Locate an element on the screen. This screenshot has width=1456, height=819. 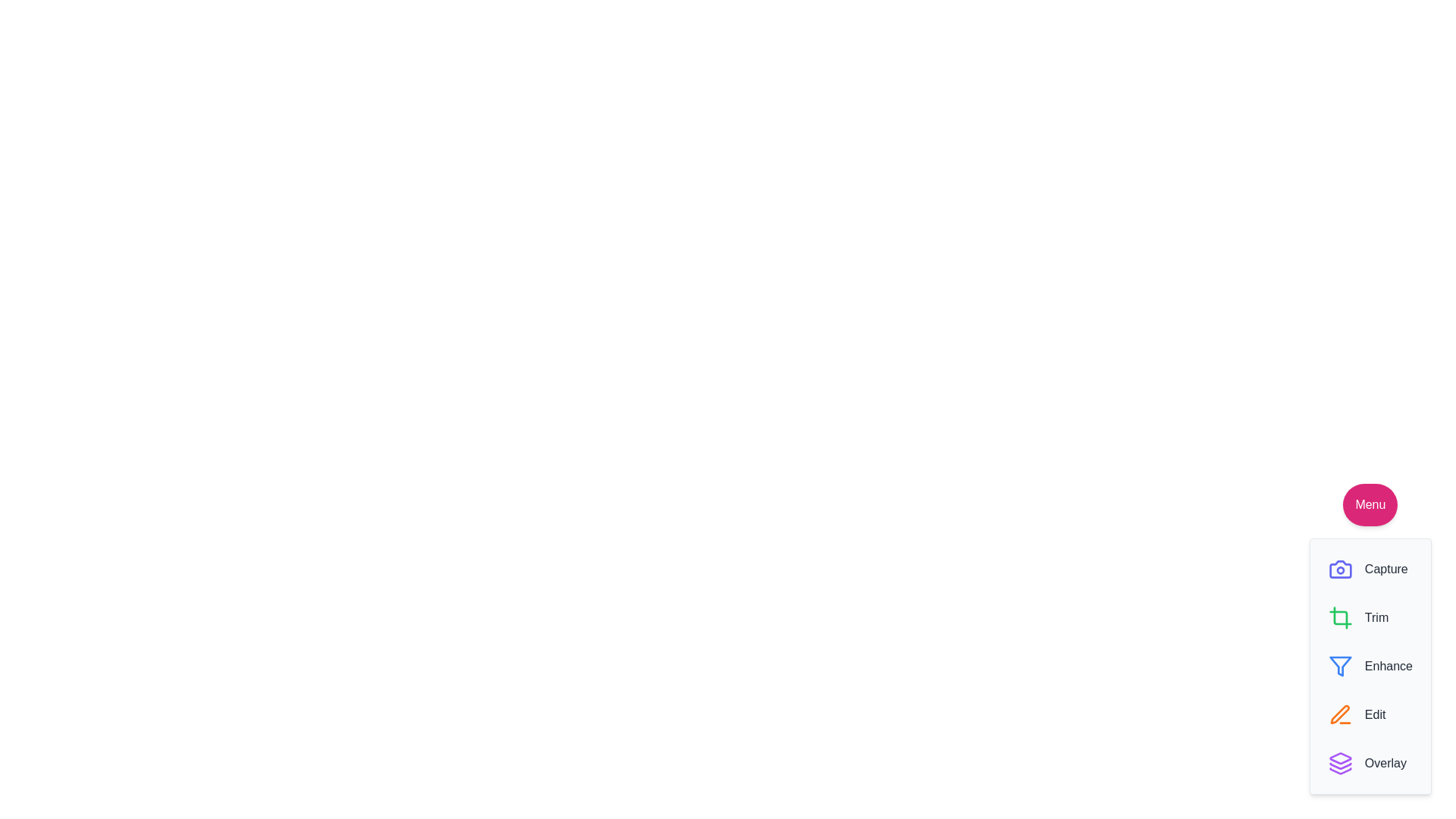
the 'Enhance' button in the menu is located at coordinates (1370, 666).